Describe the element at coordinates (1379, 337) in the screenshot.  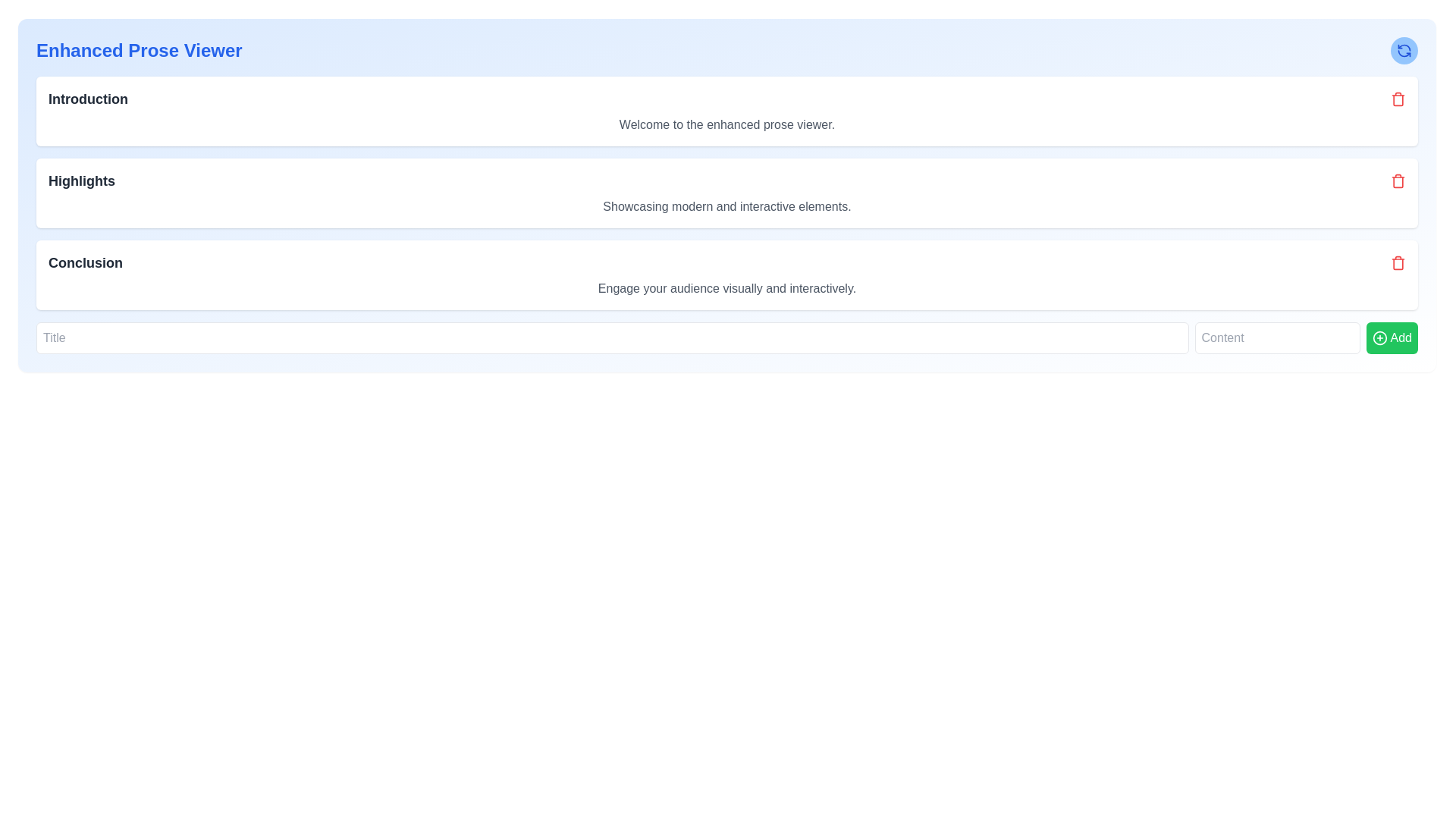
I see `the plus icon within the green 'Add' button located at the bottom-right corner of the interface` at that location.